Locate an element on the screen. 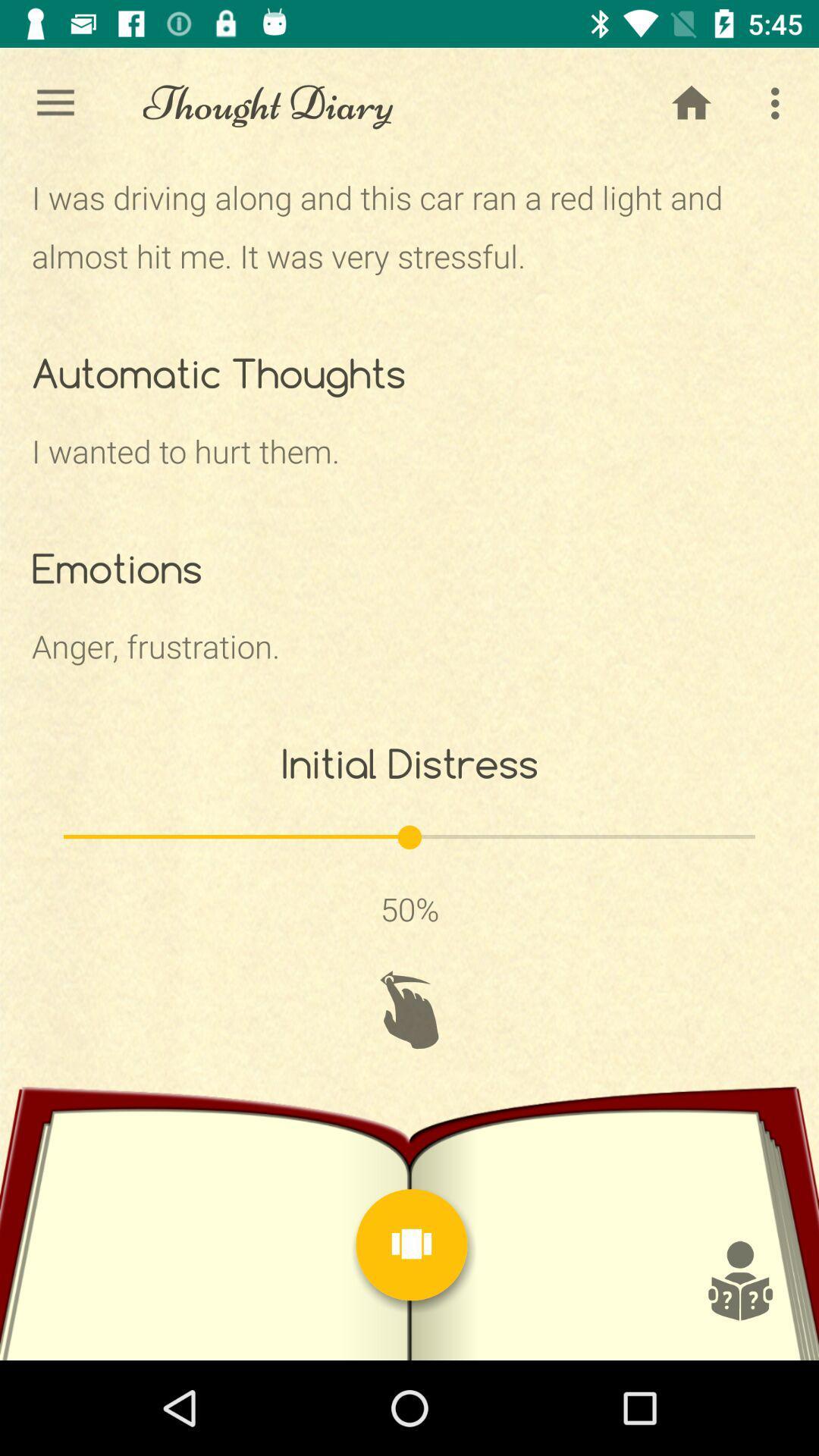 The width and height of the screenshot is (819, 1456). symbol page picture is located at coordinates (739, 1280).